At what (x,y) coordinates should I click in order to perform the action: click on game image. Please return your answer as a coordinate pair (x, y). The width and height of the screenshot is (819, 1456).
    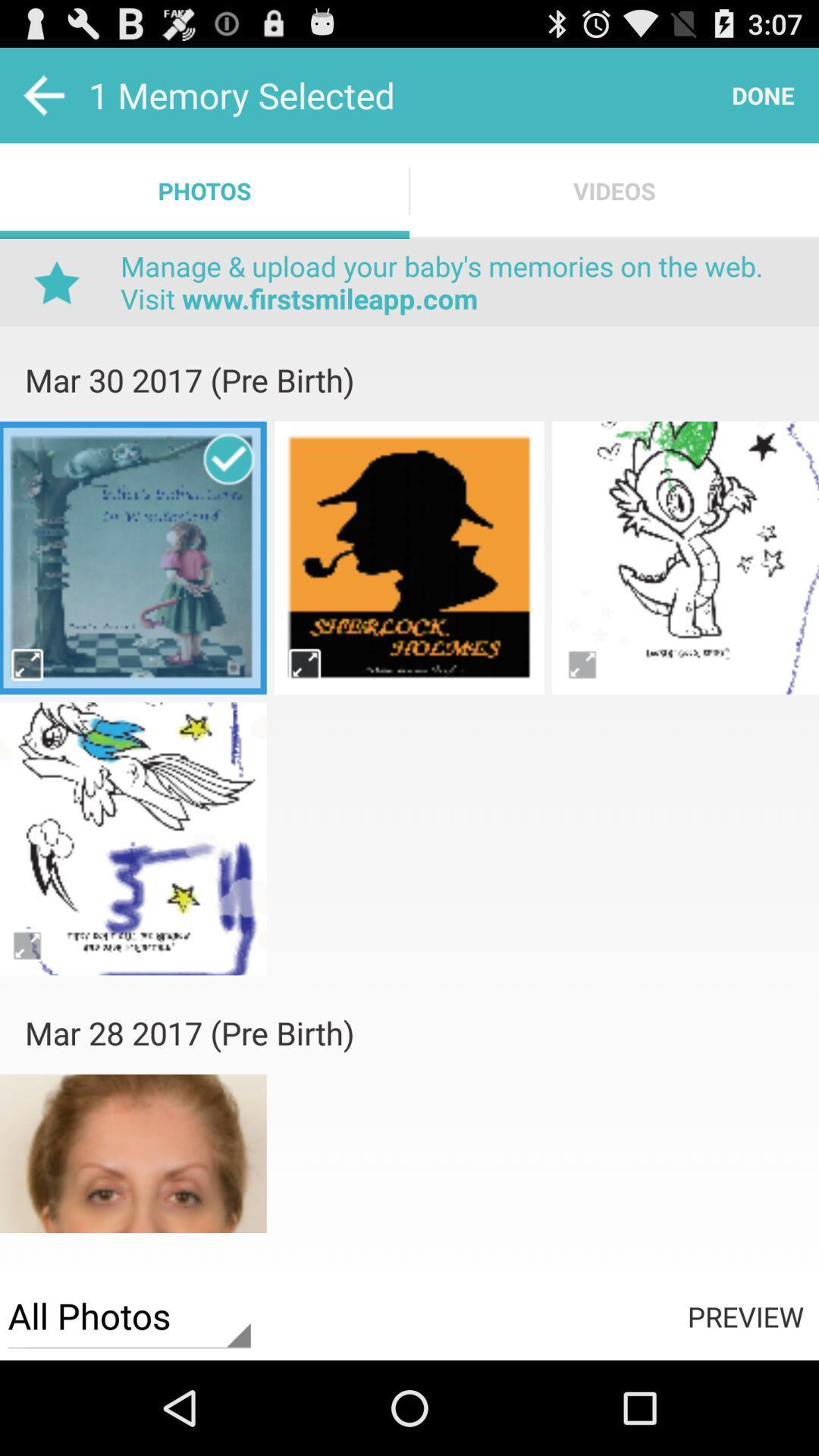
    Looking at the image, I should click on (132, 557).